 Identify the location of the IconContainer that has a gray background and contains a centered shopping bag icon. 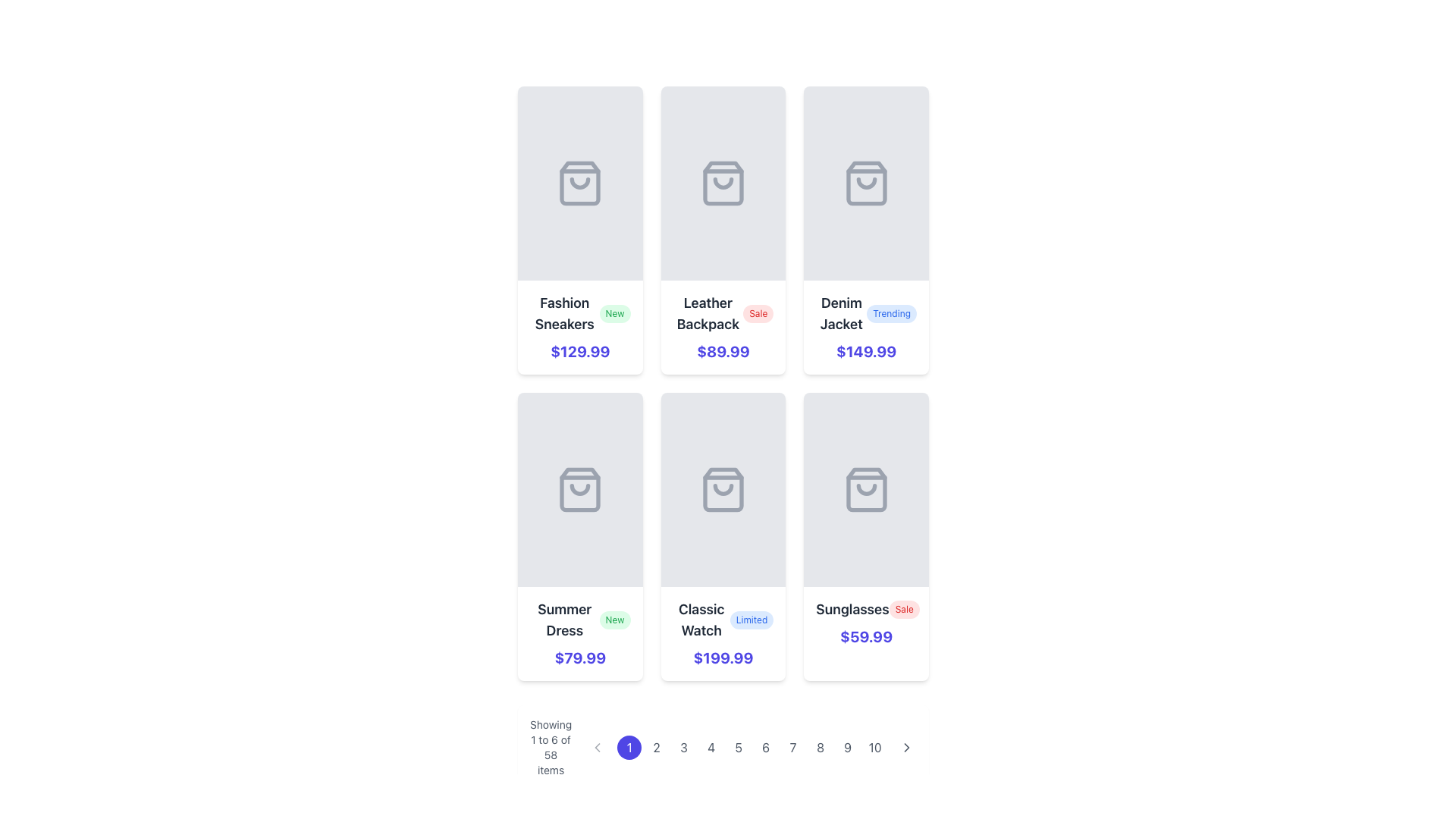
(723, 183).